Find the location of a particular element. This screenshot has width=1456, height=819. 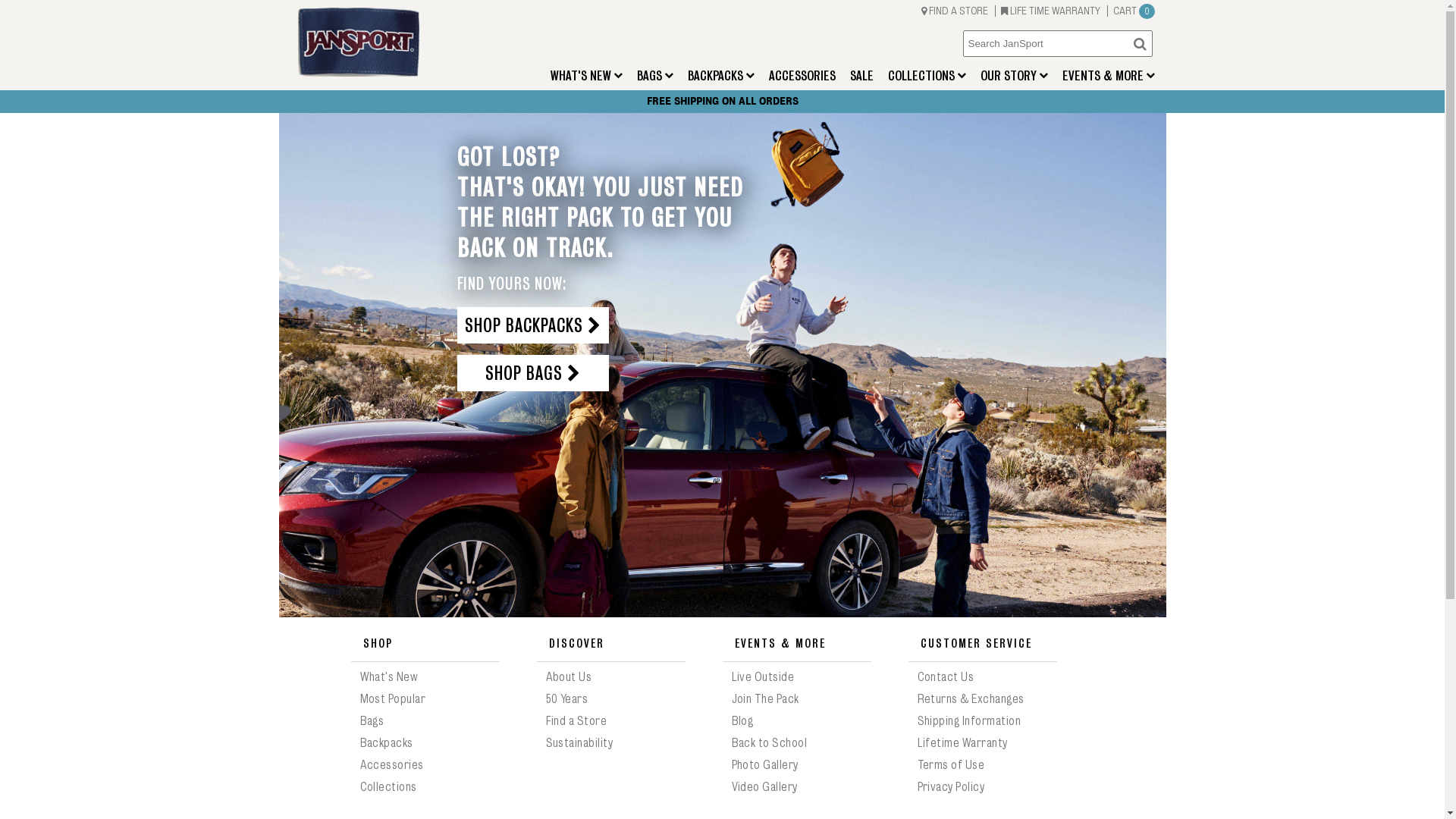

'What's New' is located at coordinates (359, 676).